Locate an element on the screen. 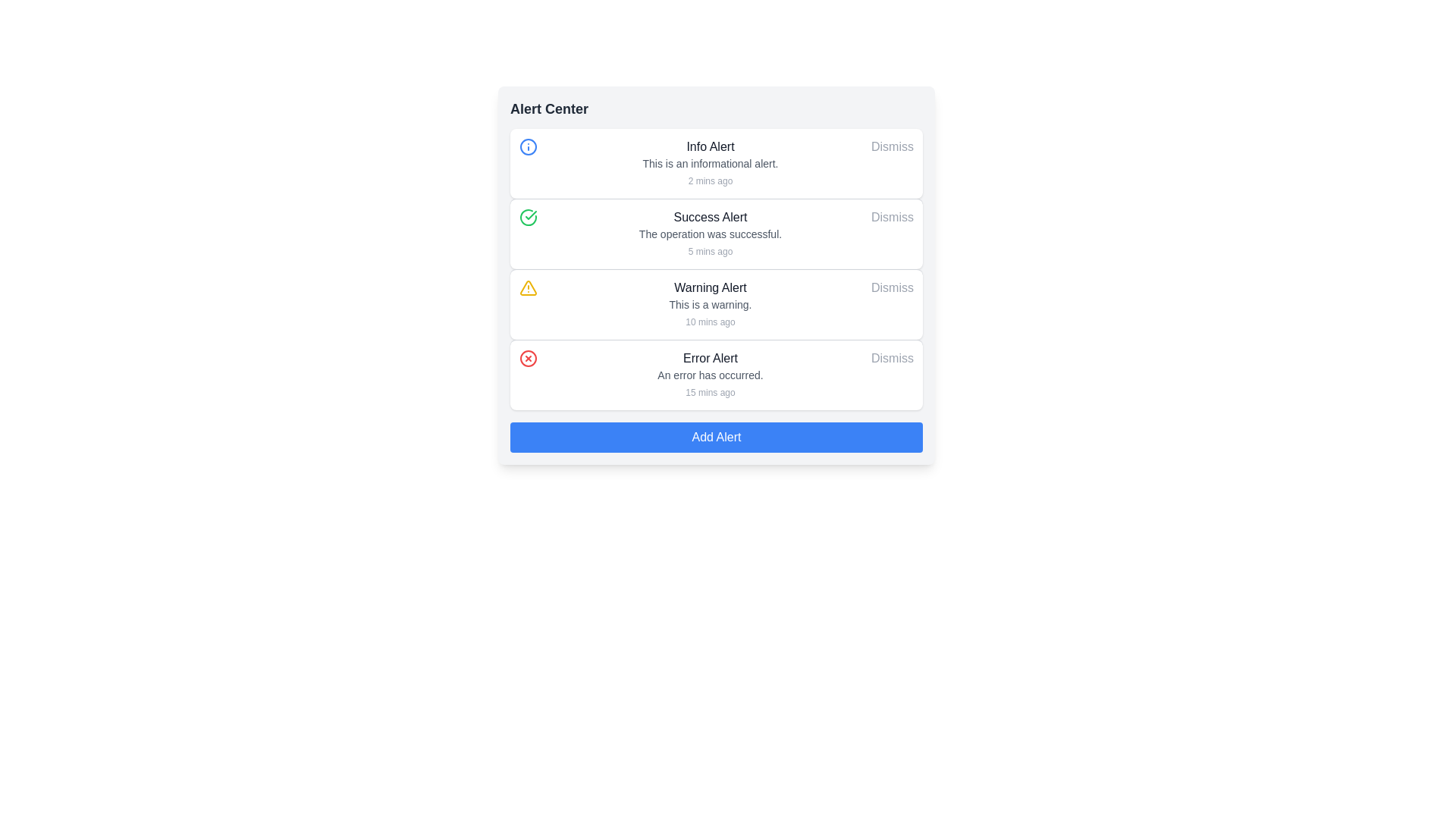 Image resolution: width=1456 pixels, height=819 pixels. the 'Dismiss' button styled as a text link in the top-right corner of the alert card to change its color is located at coordinates (892, 146).